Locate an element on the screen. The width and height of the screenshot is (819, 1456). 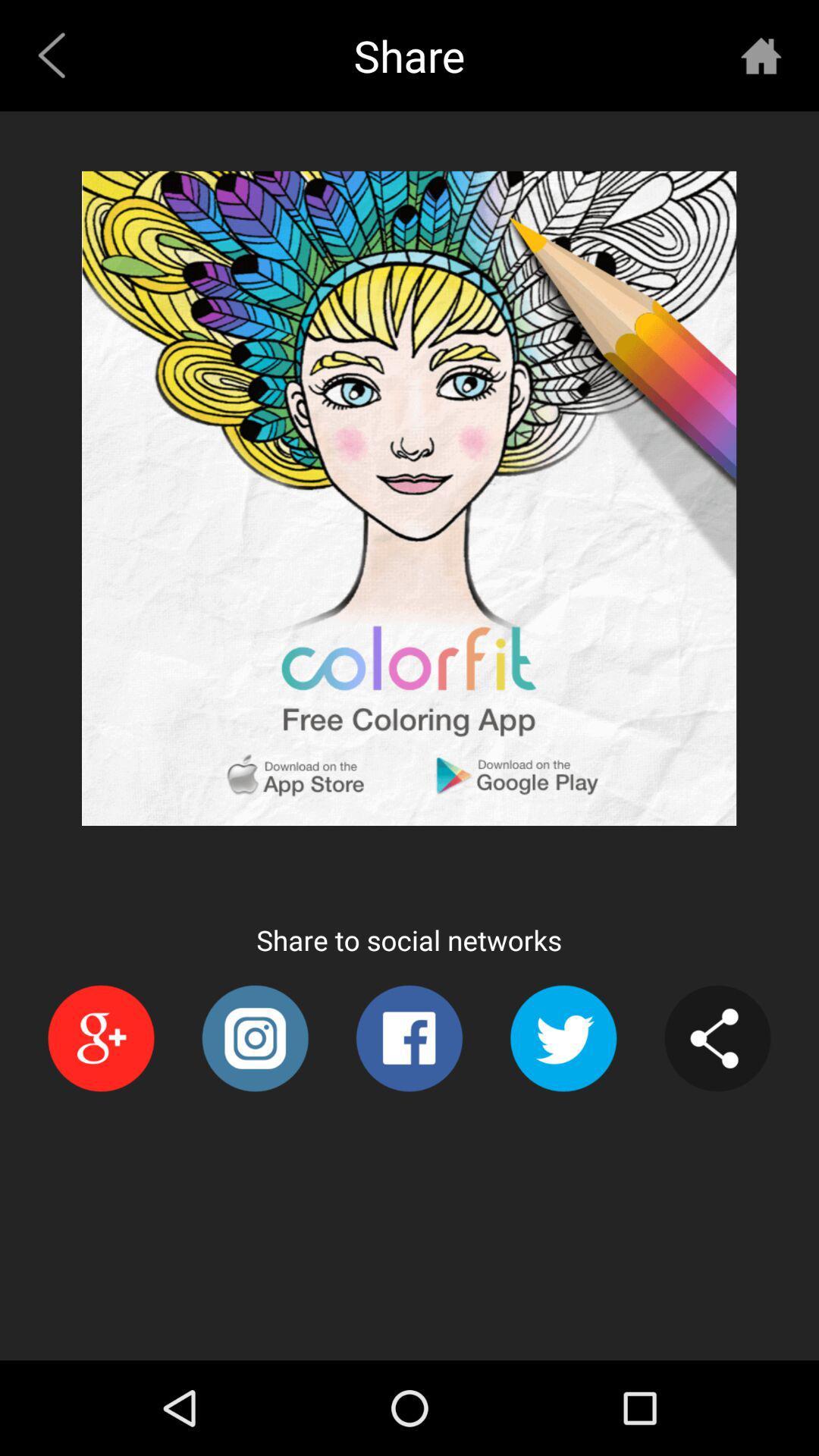
the item at the bottom is located at coordinates (408, 1037).